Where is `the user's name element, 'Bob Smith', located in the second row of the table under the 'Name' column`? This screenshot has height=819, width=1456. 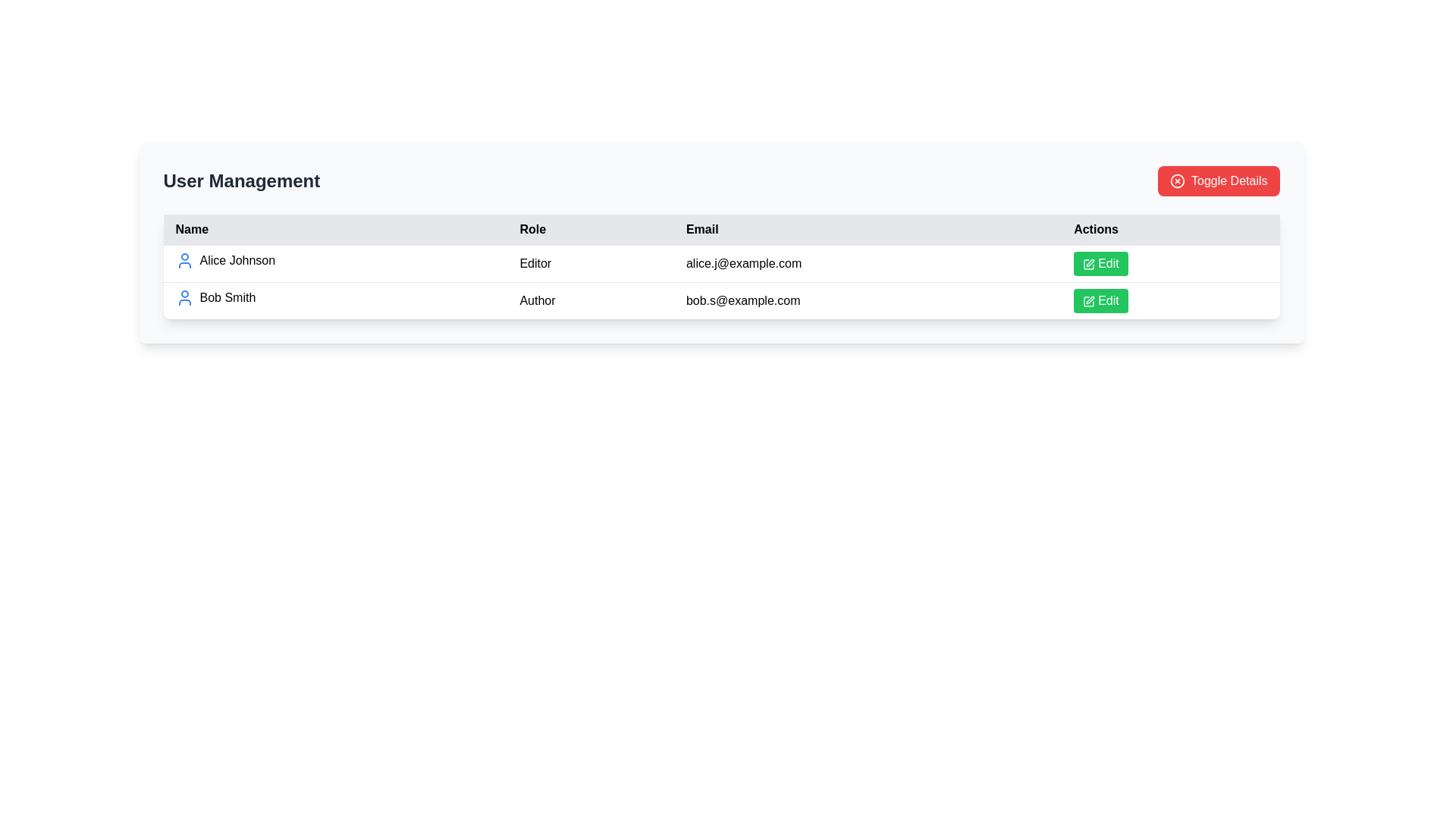
the user's name element, 'Bob Smith', located in the second row of the table under the 'Name' column is located at coordinates (334, 298).